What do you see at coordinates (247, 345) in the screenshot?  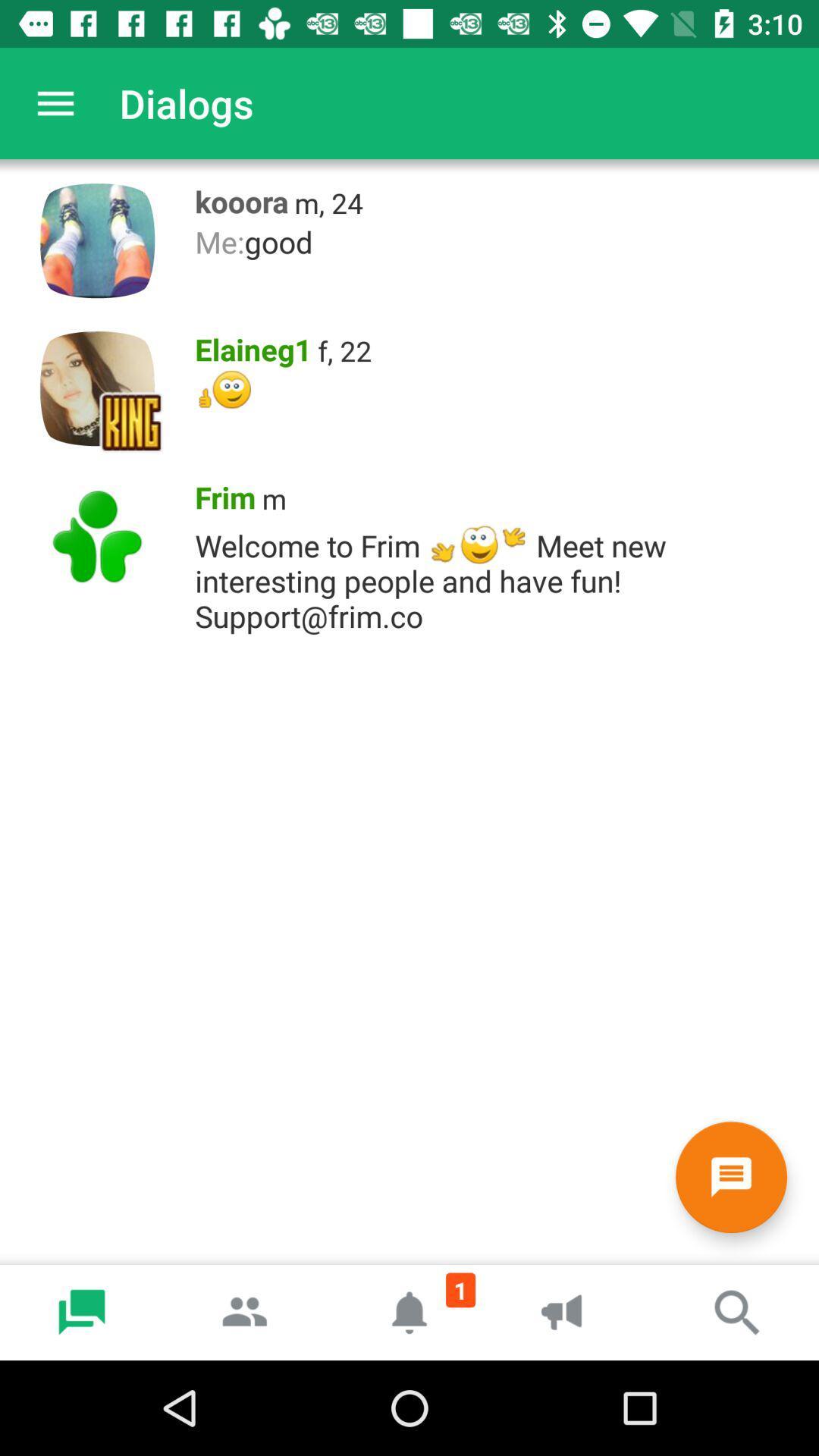 I see `icon above the *t*` at bounding box center [247, 345].